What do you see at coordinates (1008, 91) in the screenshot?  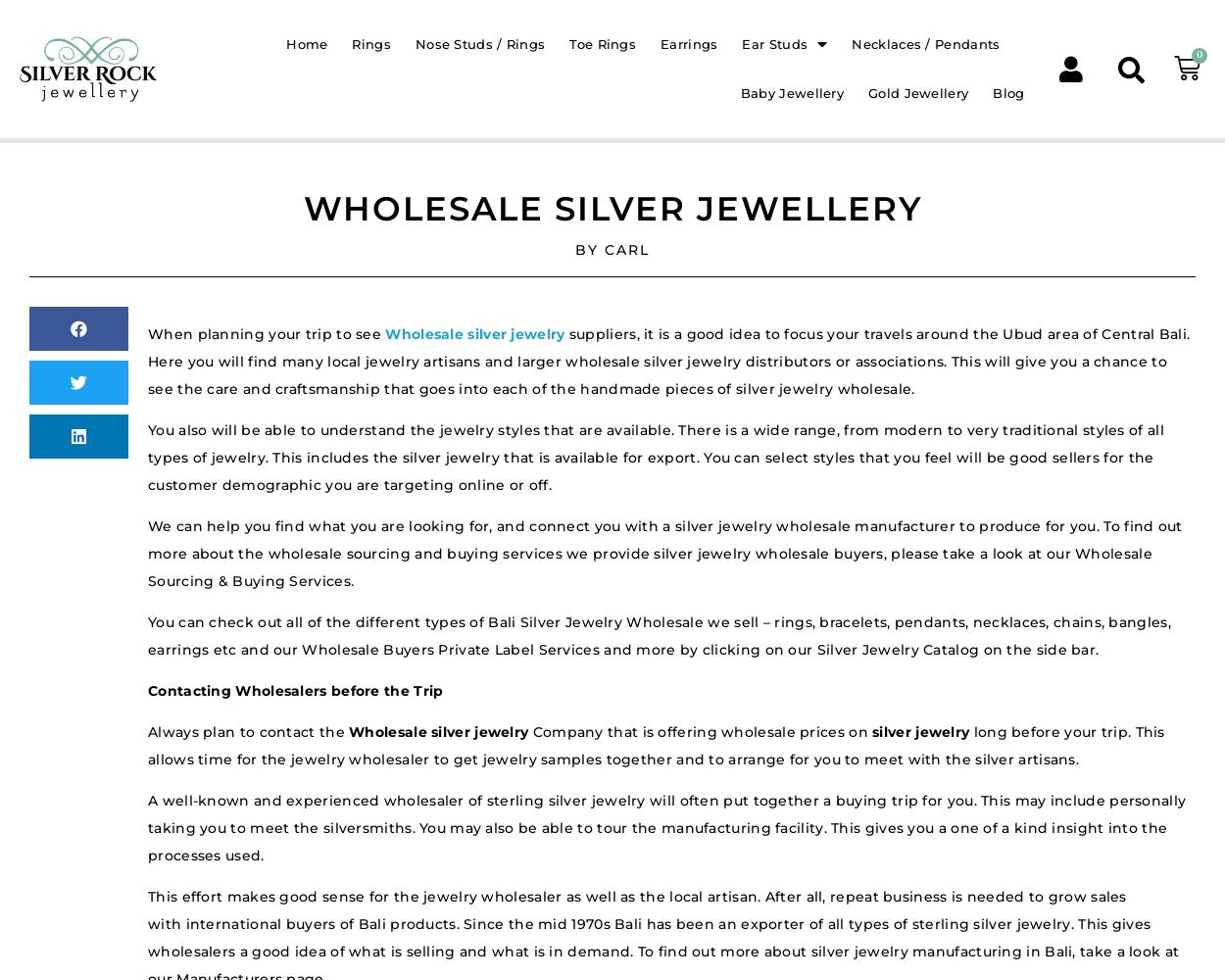 I see `'Blog'` at bounding box center [1008, 91].